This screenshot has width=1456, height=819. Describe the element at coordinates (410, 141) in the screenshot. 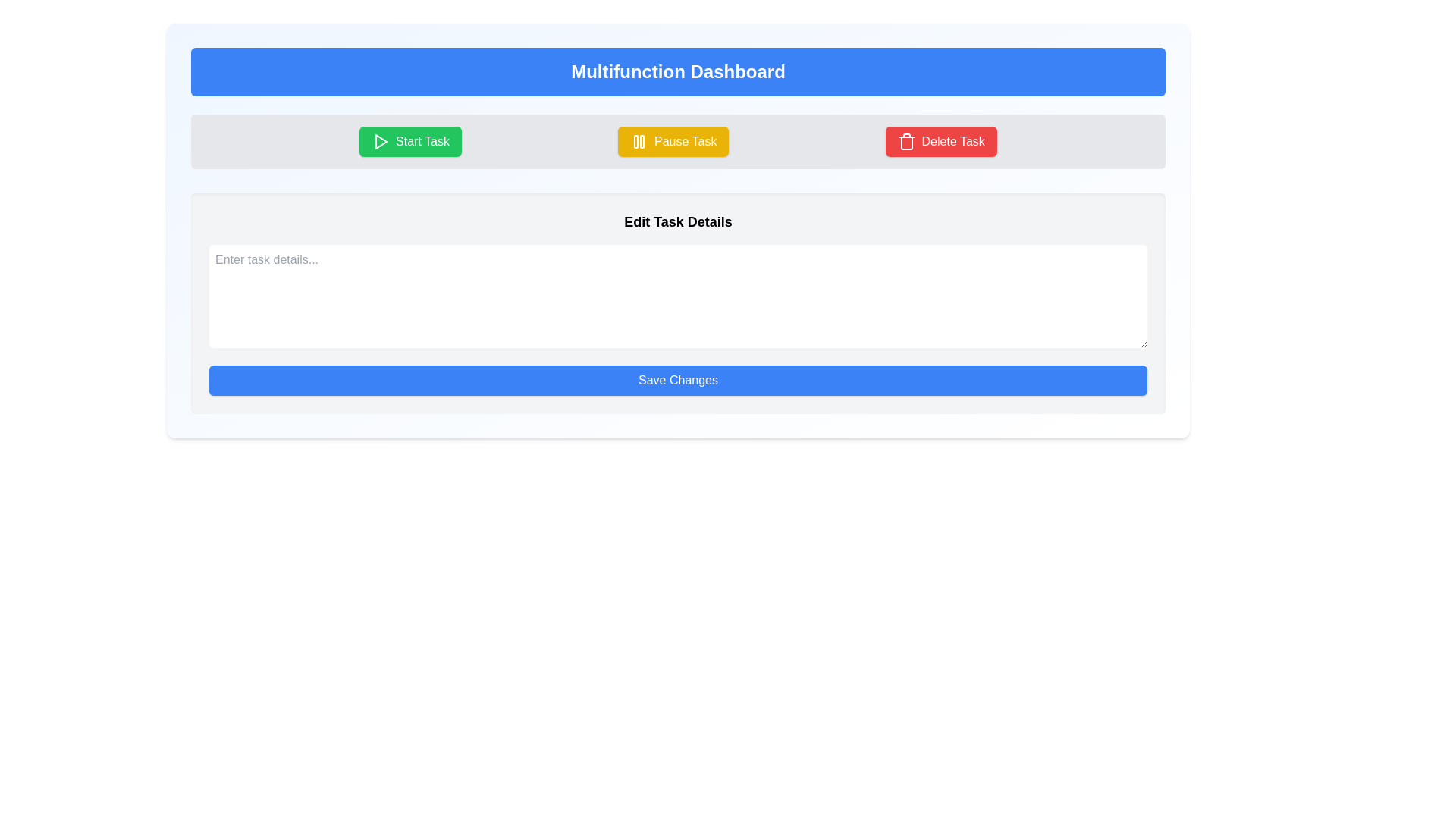

I see `the first button in the task management section` at that location.